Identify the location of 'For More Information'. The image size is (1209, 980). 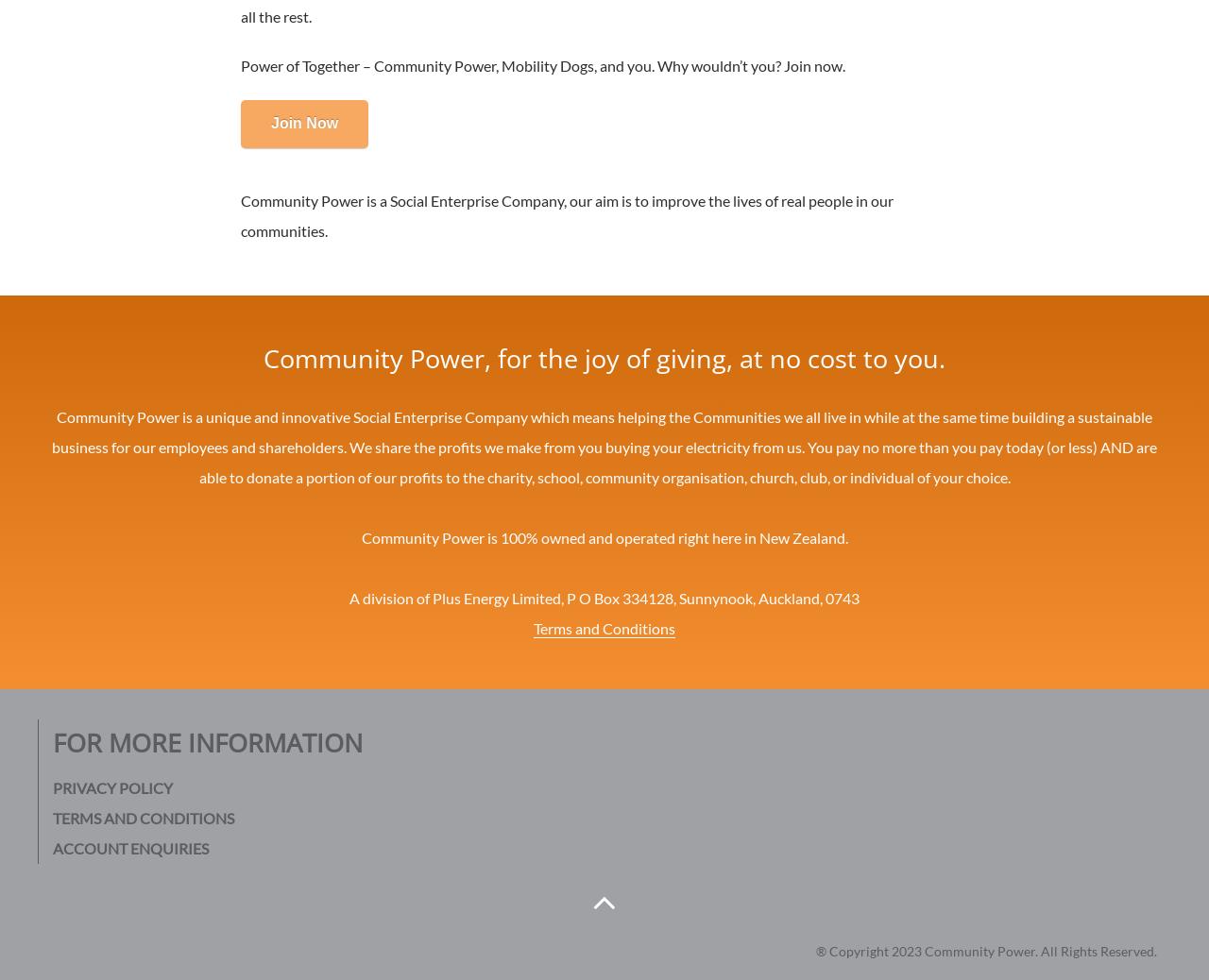
(208, 741).